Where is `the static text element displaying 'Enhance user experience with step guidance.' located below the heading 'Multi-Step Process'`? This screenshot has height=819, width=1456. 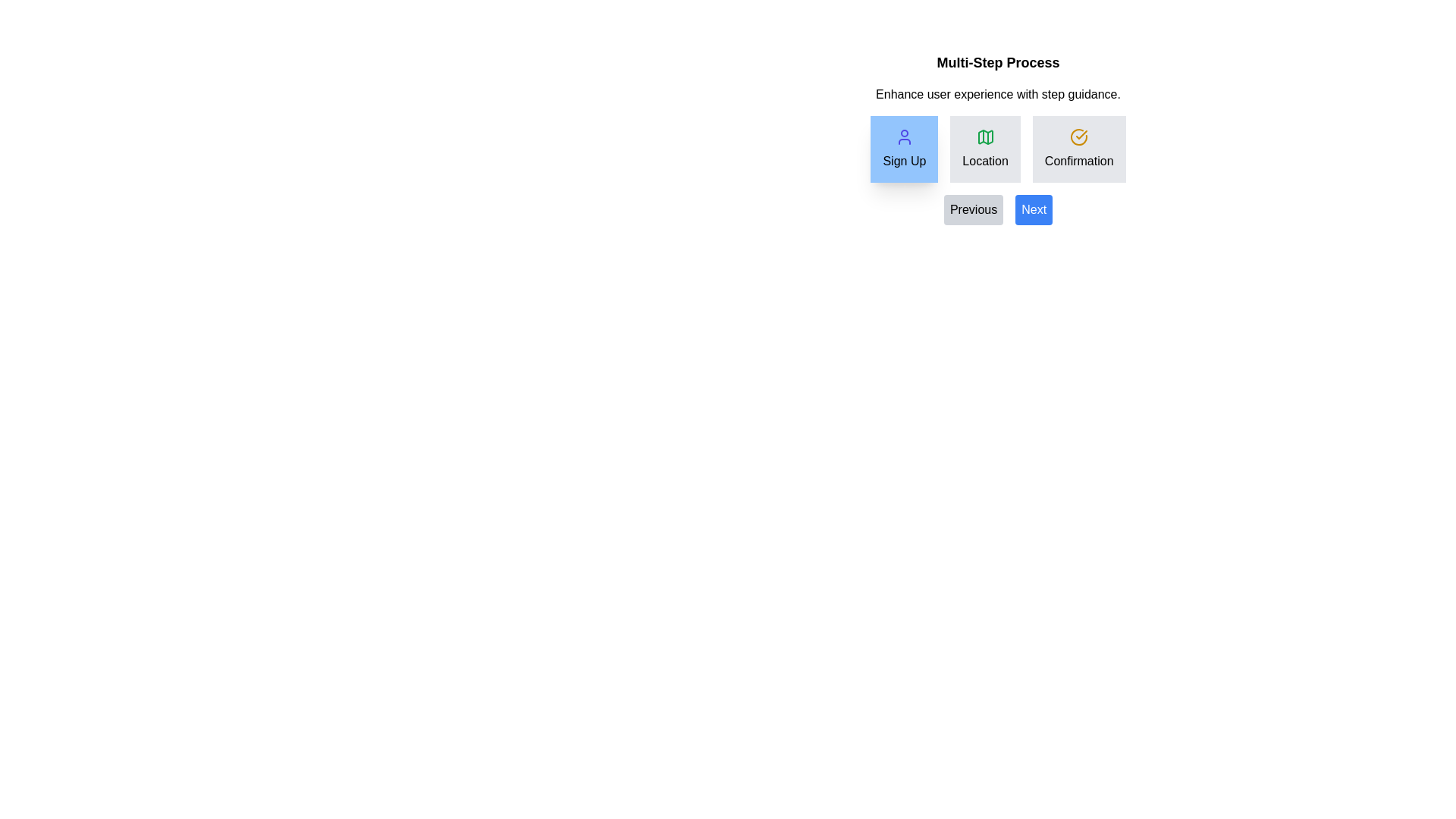 the static text element displaying 'Enhance user experience with step guidance.' located below the heading 'Multi-Step Process' is located at coordinates (998, 94).